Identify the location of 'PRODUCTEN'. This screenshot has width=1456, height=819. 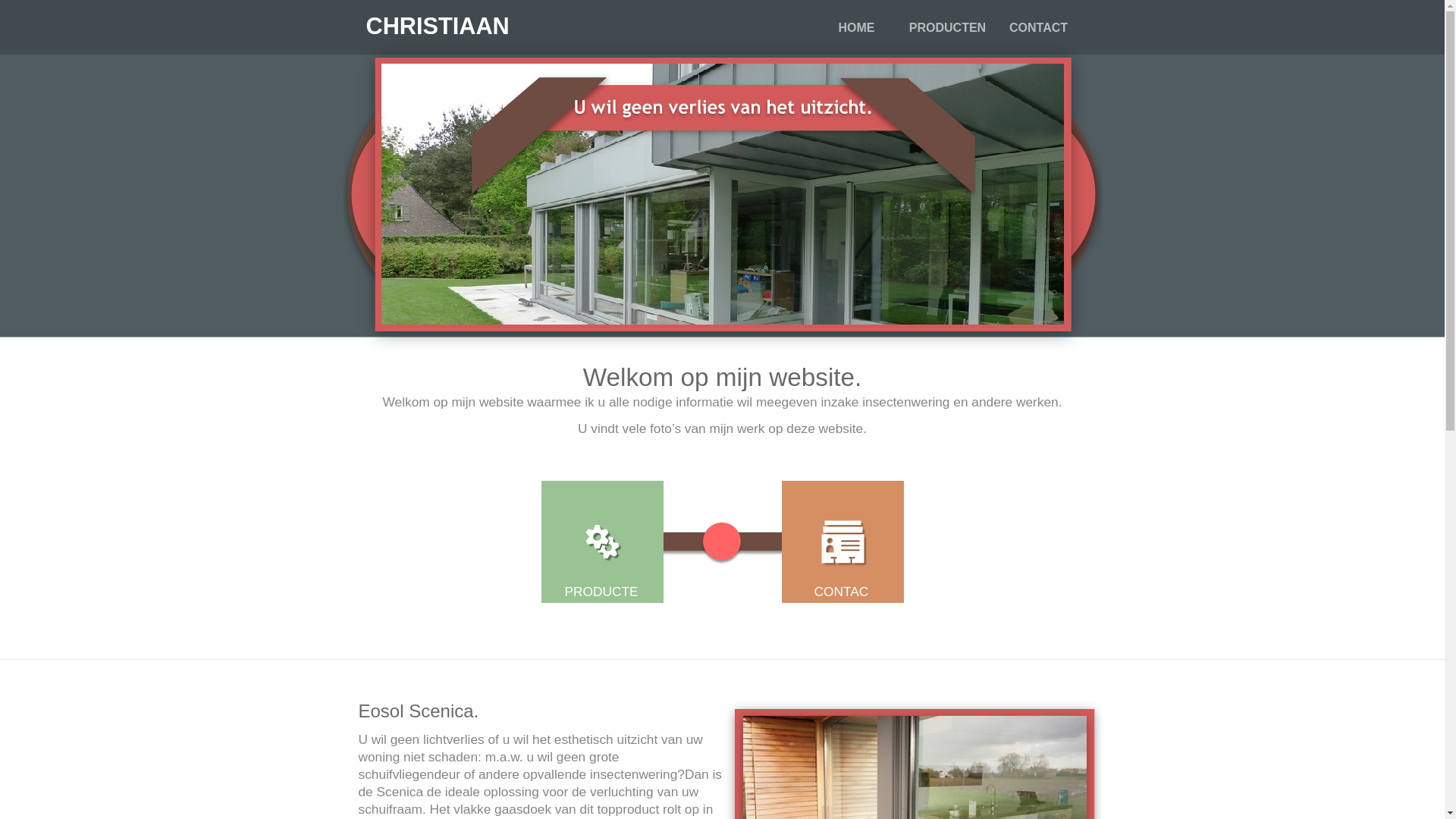
(600, 599).